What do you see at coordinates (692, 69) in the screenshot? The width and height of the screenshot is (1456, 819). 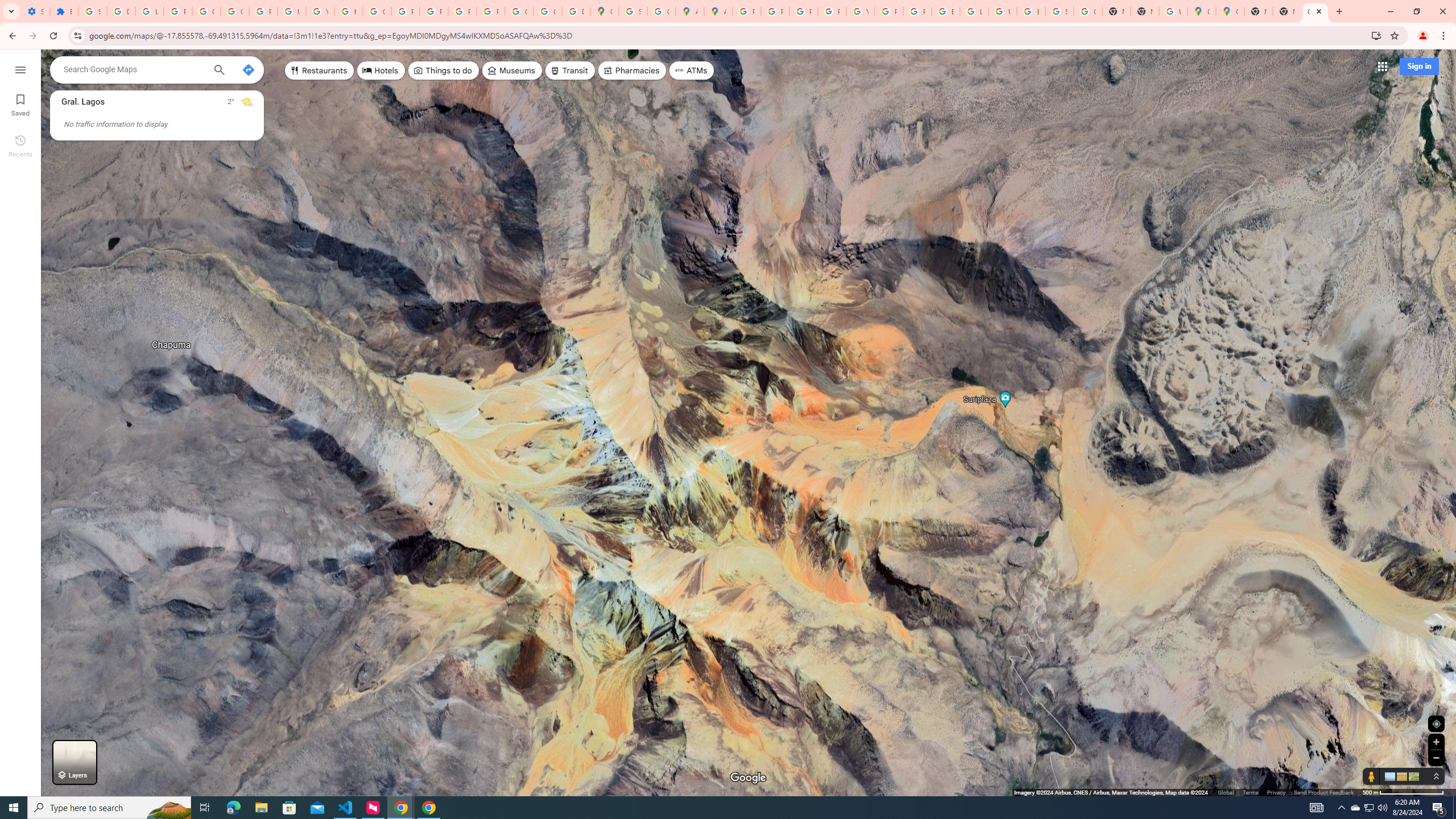 I see `'ATMs'` at bounding box center [692, 69].